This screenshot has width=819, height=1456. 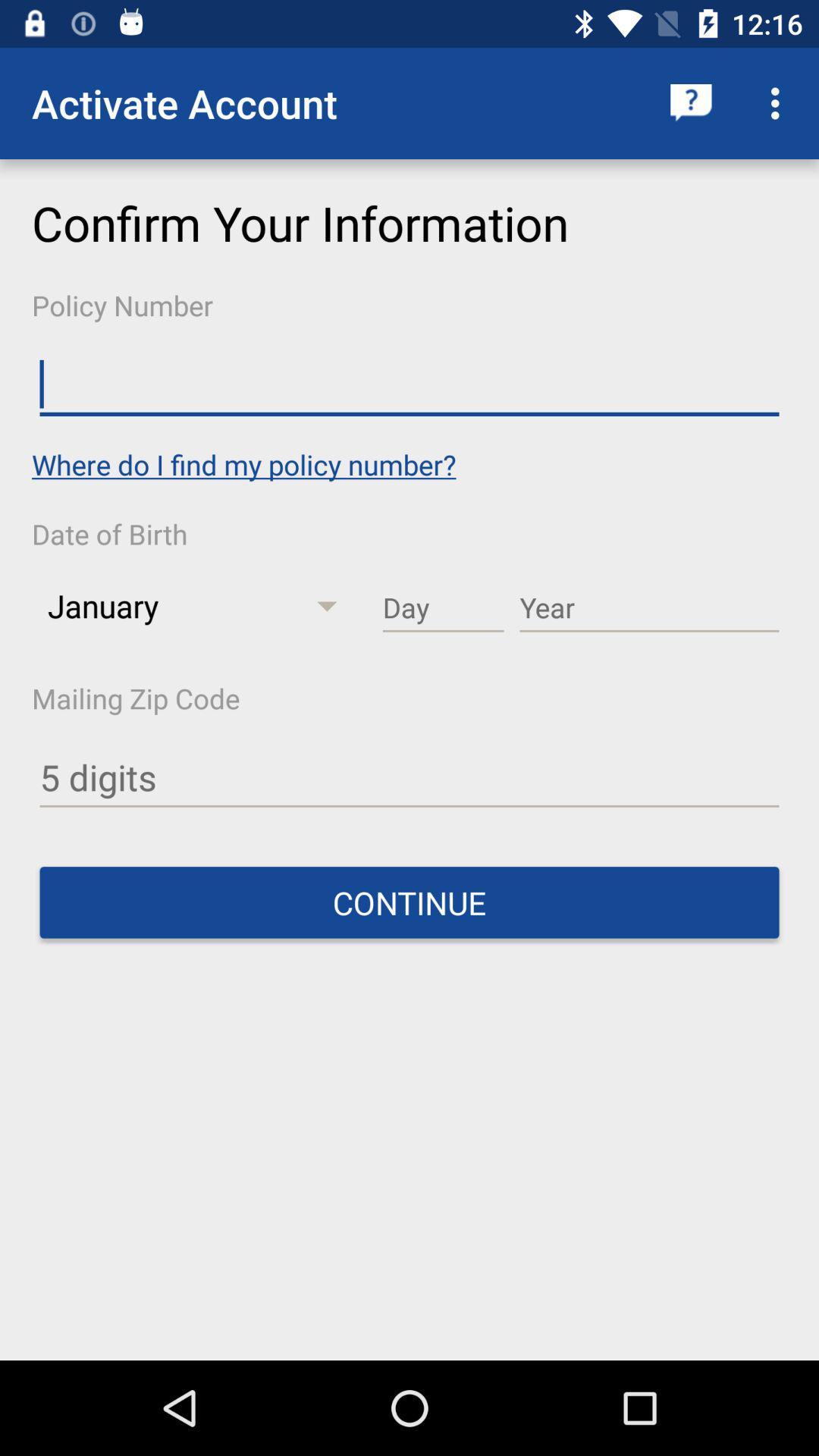 What do you see at coordinates (409, 384) in the screenshot?
I see `the item above where do i item` at bounding box center [409, 384].